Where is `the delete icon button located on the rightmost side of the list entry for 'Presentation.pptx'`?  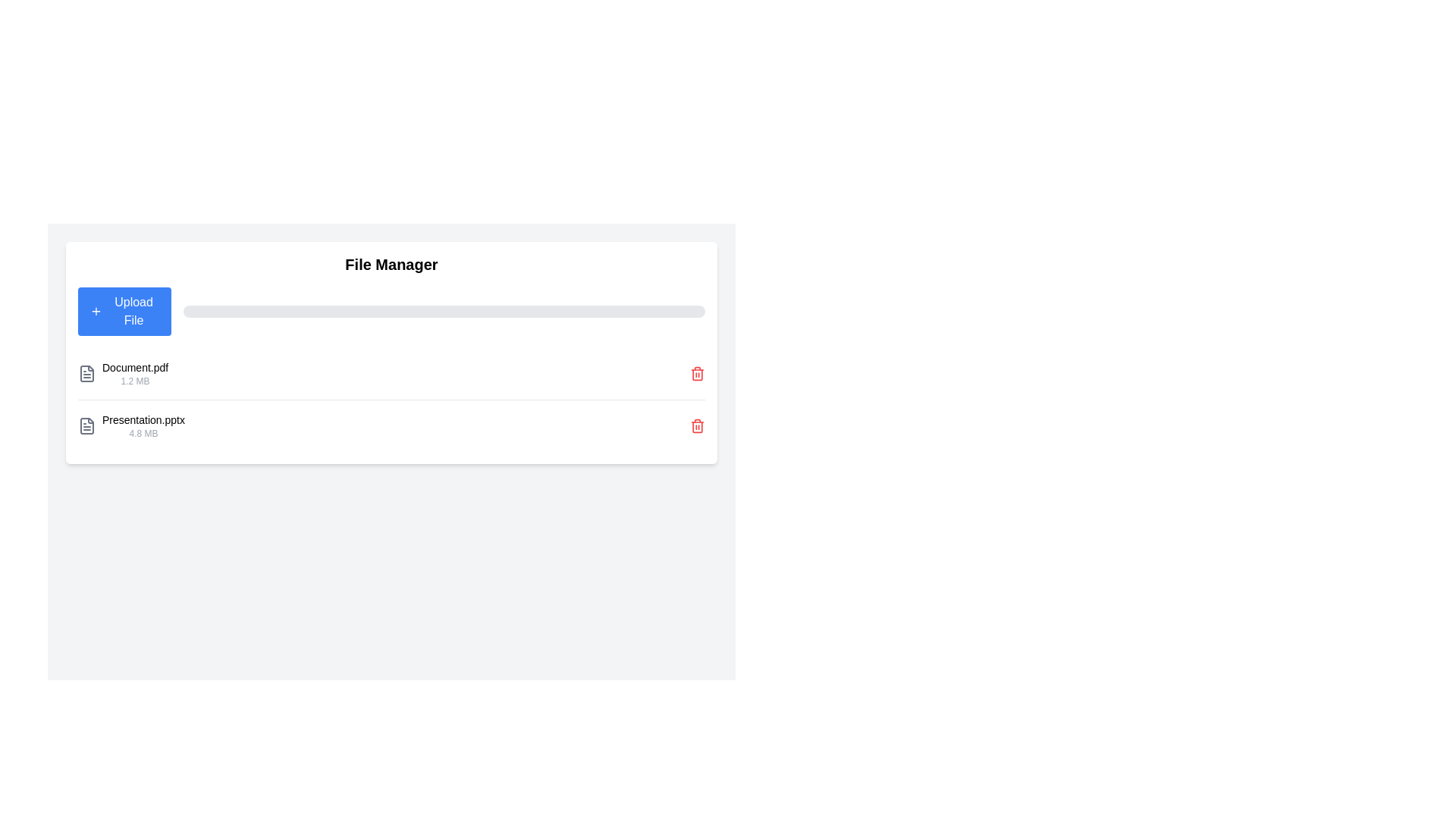
the delete icon button located on the rightmost side of the list entry for 'Presentation.pptx' is located at coordinates (697, 426).